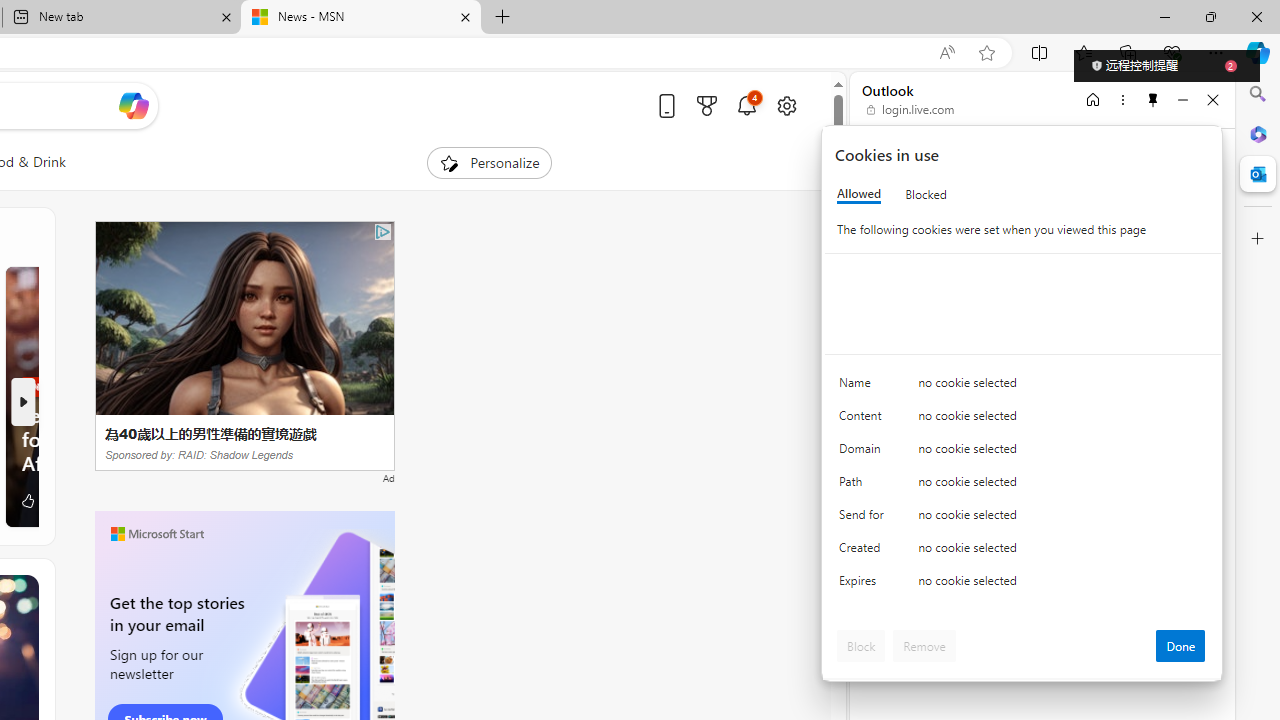 This screenshot has width=1280, height=720. I want to click on 'Created', so click(865, 552).